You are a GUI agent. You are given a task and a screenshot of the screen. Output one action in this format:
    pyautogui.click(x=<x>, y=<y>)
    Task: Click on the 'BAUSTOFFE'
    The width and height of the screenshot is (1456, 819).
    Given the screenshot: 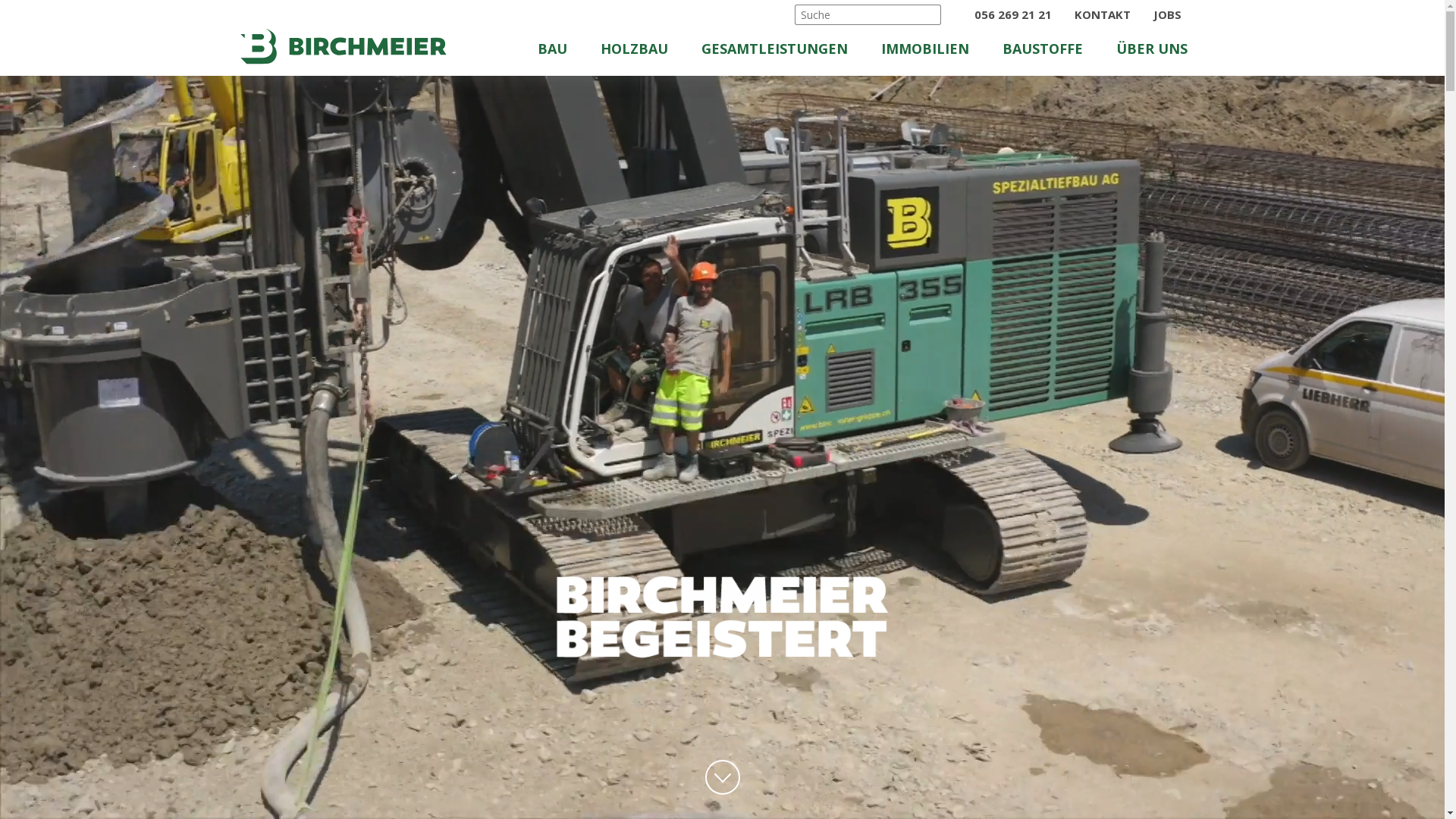 What is the action you would take?
    pyautogui.click(x=1044, y=52)
    